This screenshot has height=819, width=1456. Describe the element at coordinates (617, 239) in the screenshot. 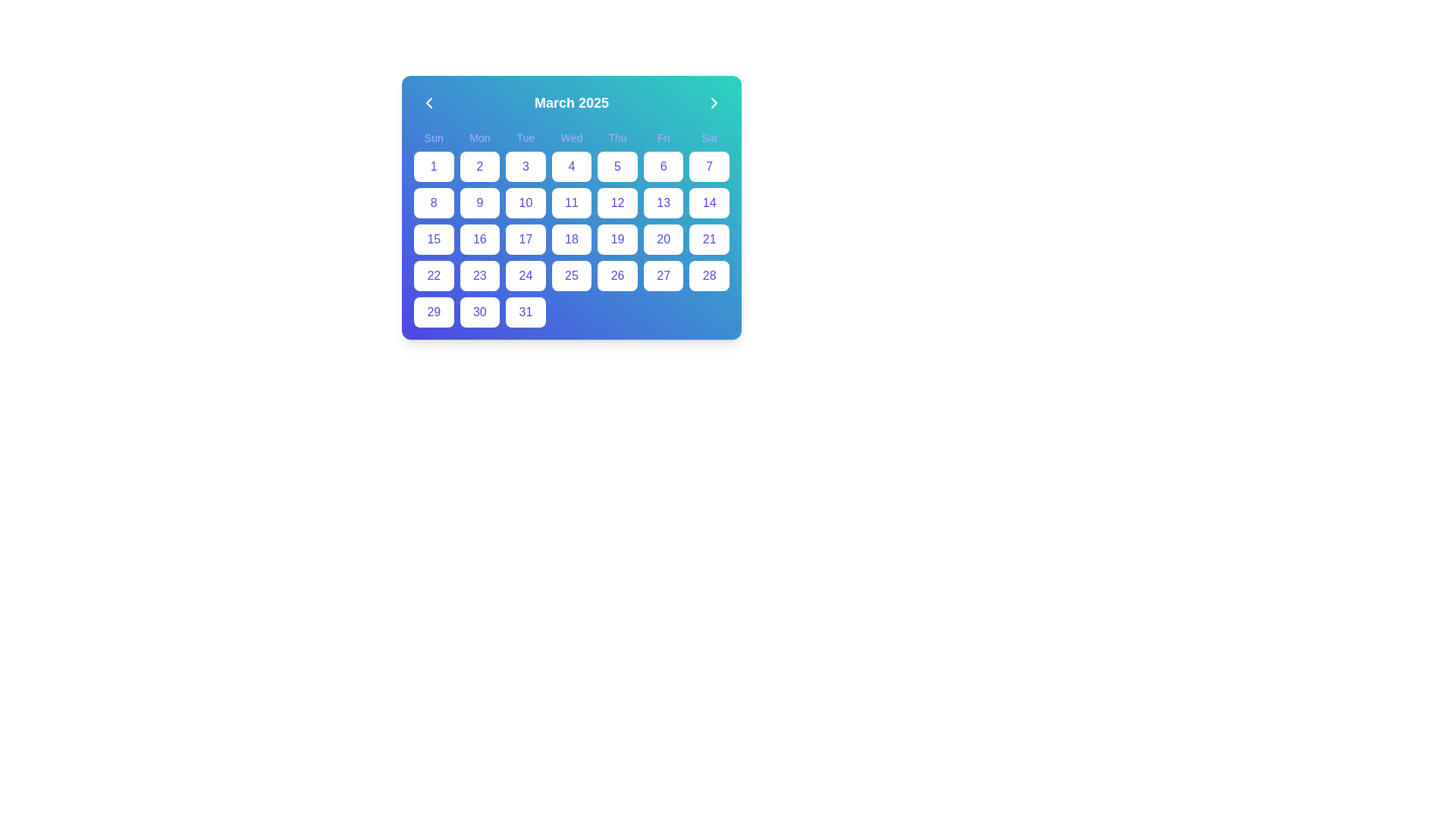

I see `the calendar cell displaying the numerical value '19' in the fifth column of the fourth row under the 'Thu' header` at that location.